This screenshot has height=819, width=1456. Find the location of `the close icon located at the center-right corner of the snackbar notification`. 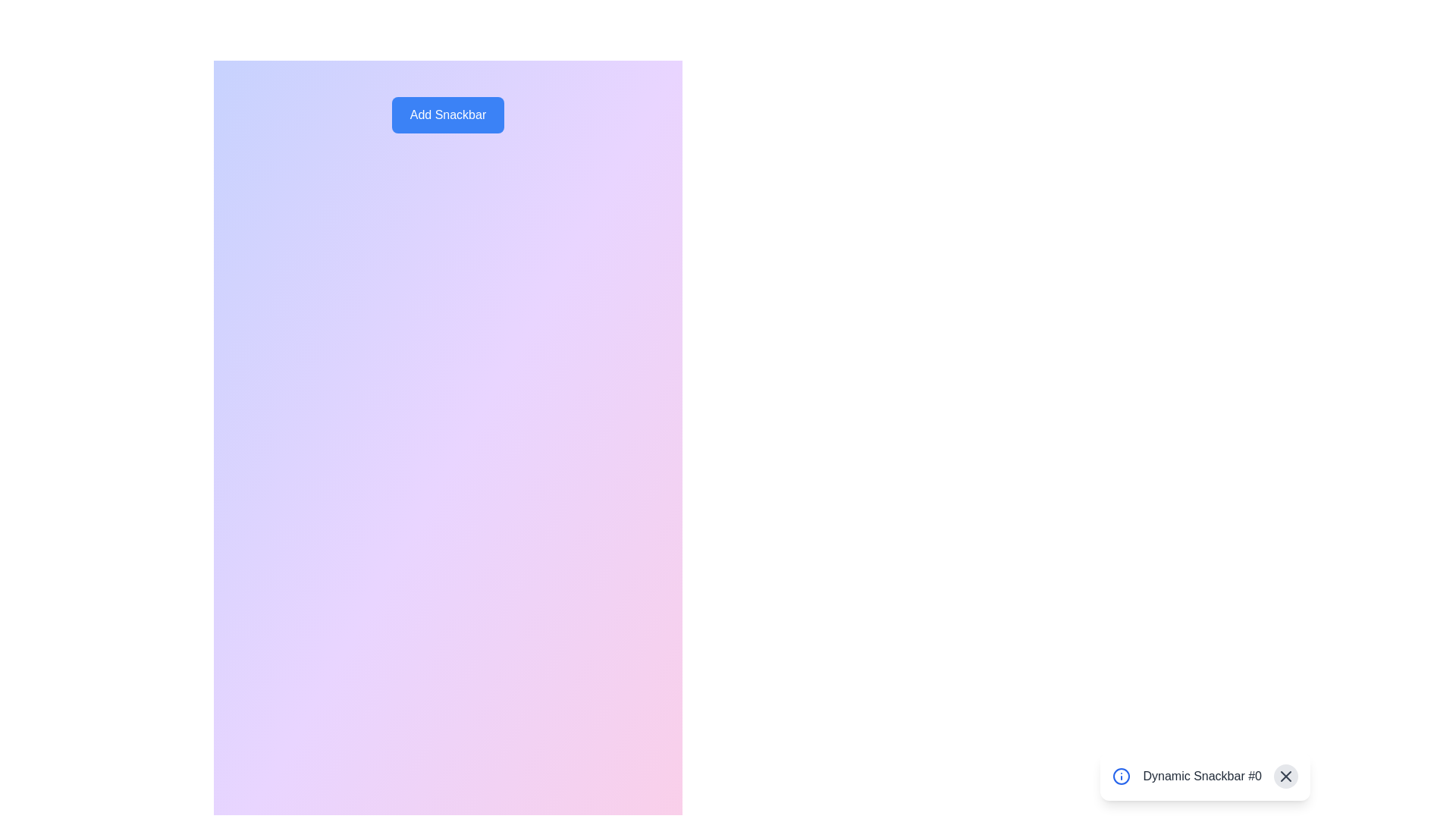

the close icon located at the center-right corner of the snackbar notification is located at coordinates (1285, 776).